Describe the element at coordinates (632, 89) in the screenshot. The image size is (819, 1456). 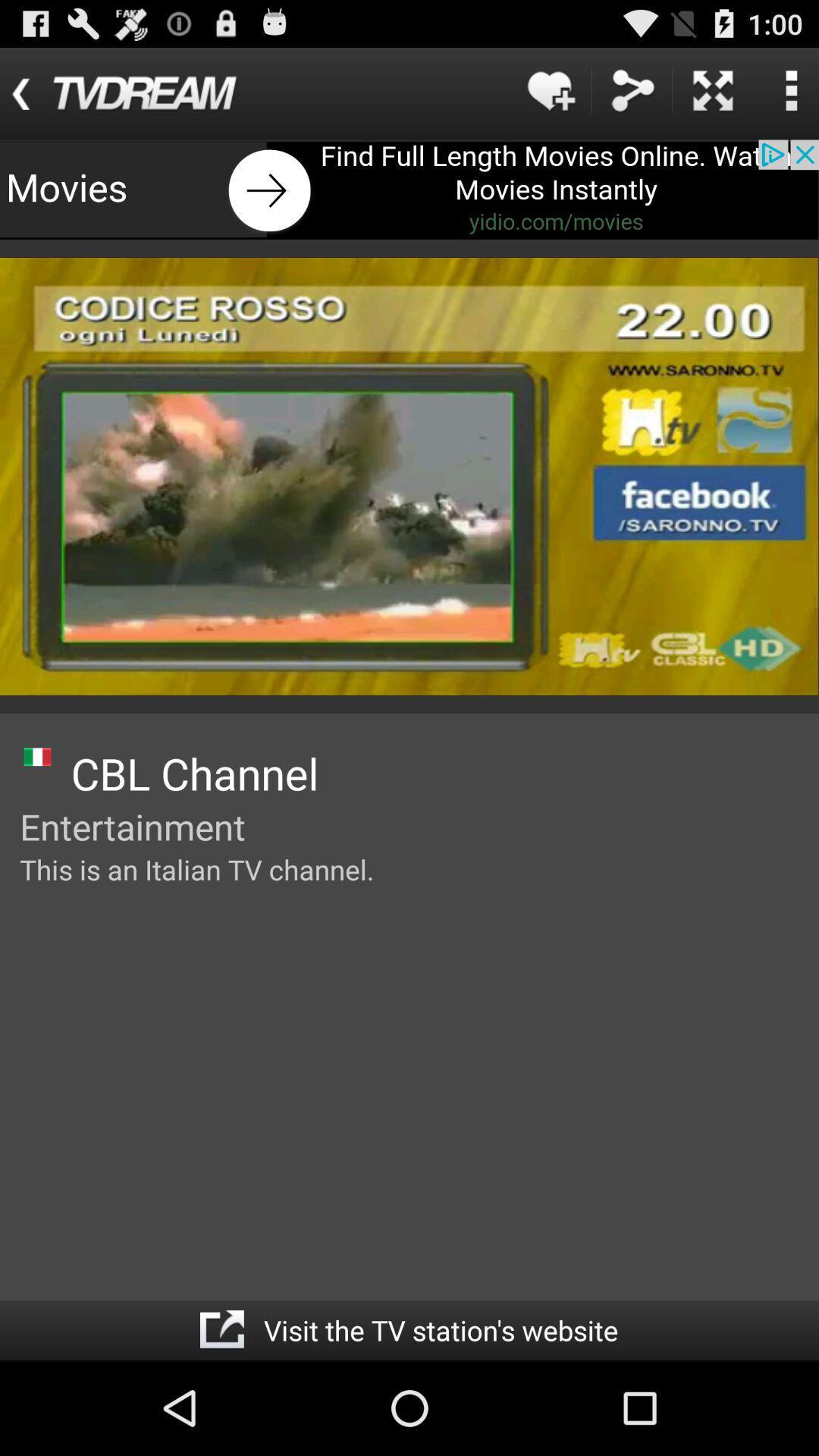
I see `share the file` at that location.